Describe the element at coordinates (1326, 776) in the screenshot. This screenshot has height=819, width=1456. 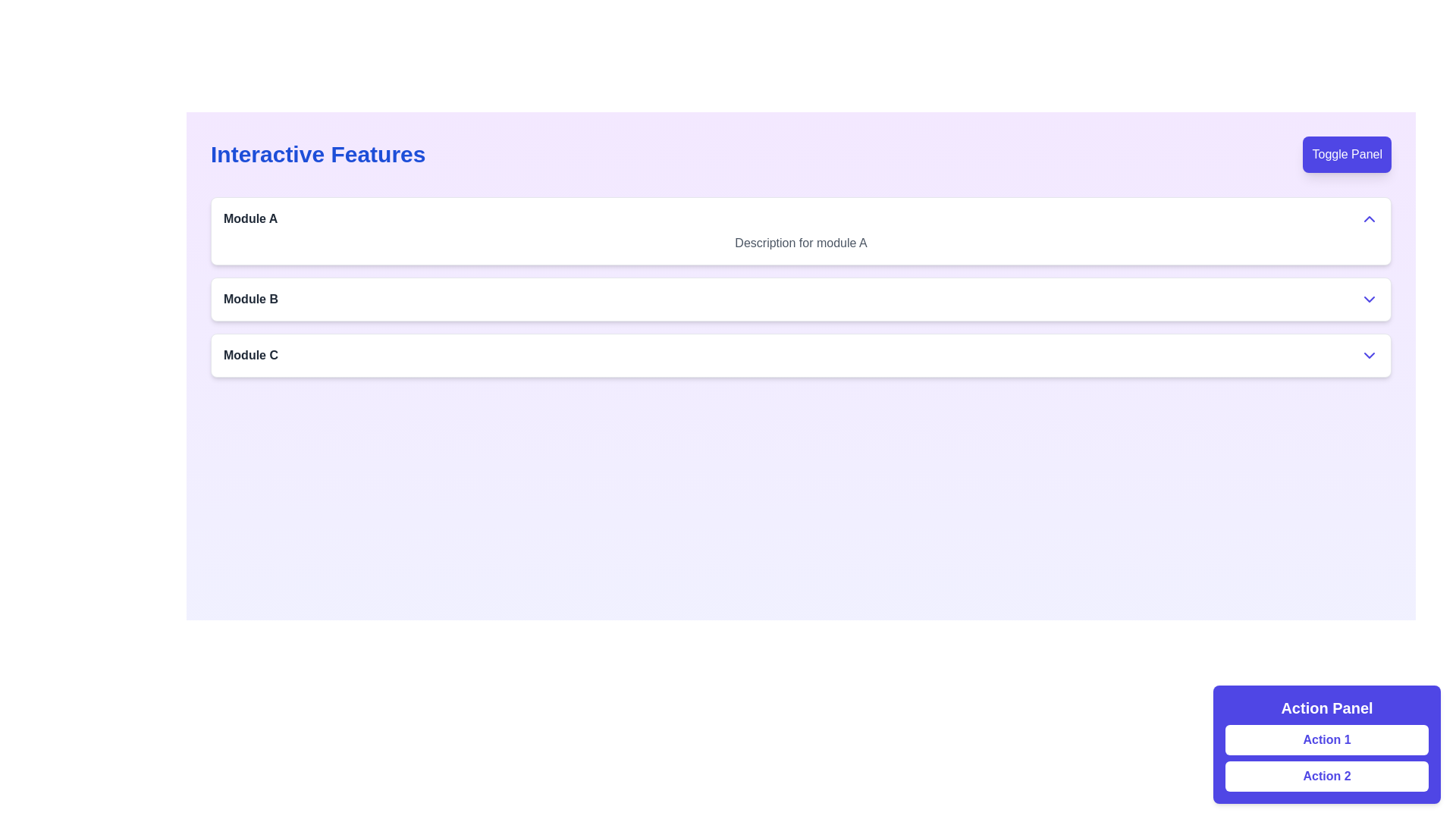
I see `the rectangular button labeled 'Action 2' with a white background and blue text` at that location.